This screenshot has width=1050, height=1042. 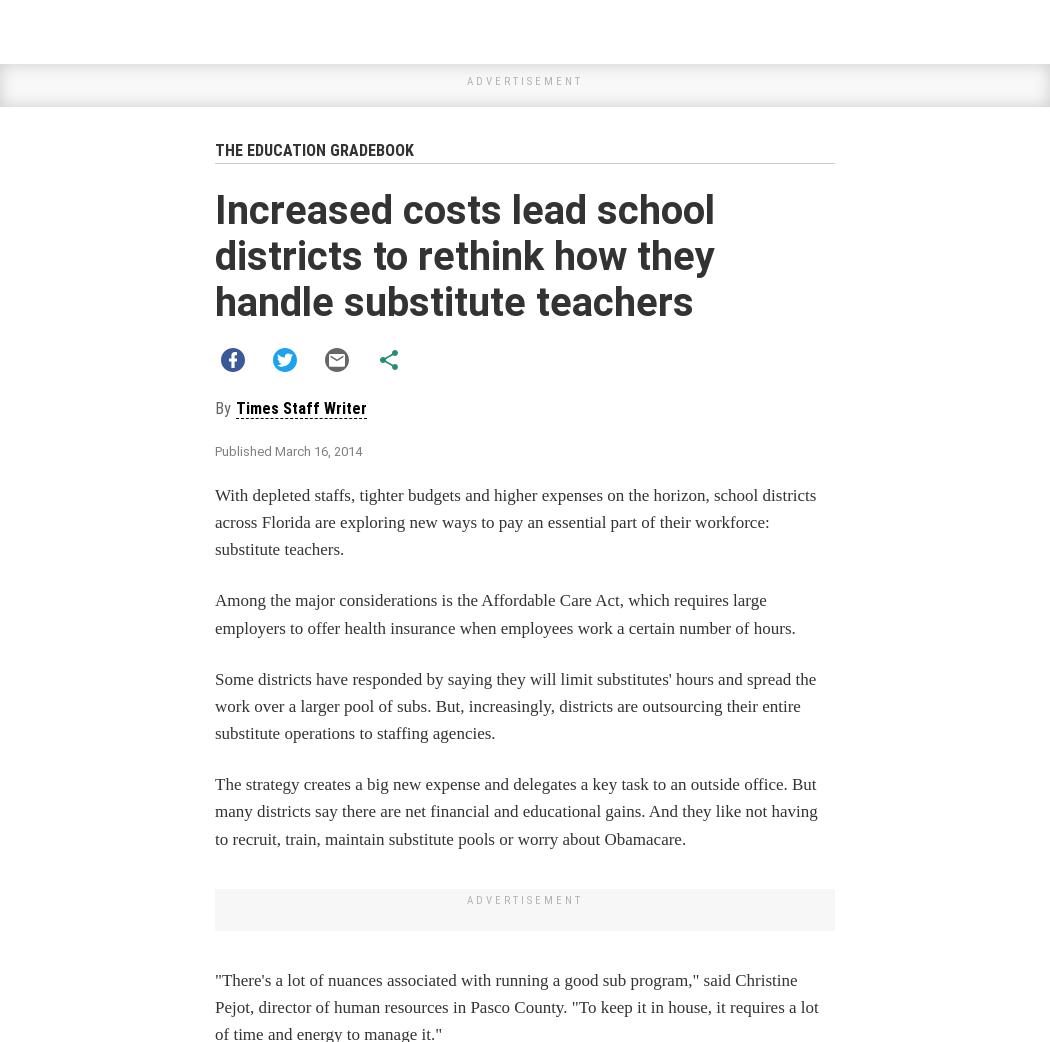 I want to click on 'MORE FOR YOU', so click(x=91, y=310).